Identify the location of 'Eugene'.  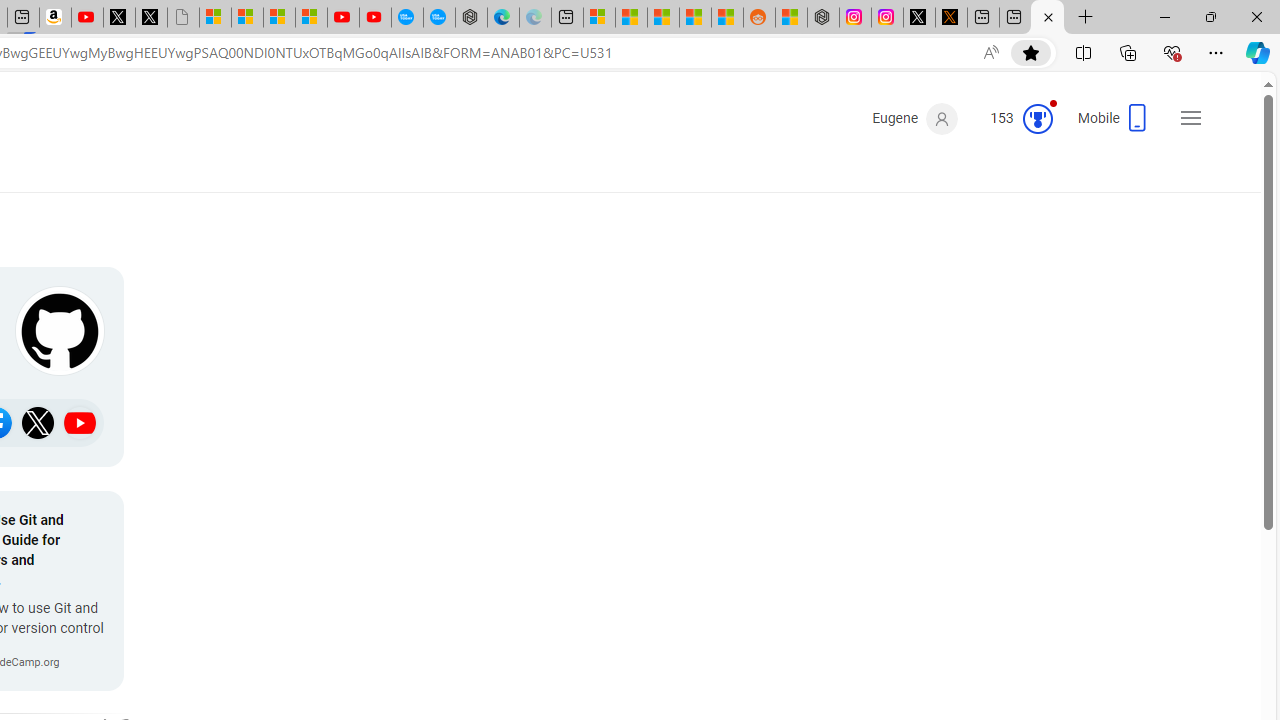
(914, 119).